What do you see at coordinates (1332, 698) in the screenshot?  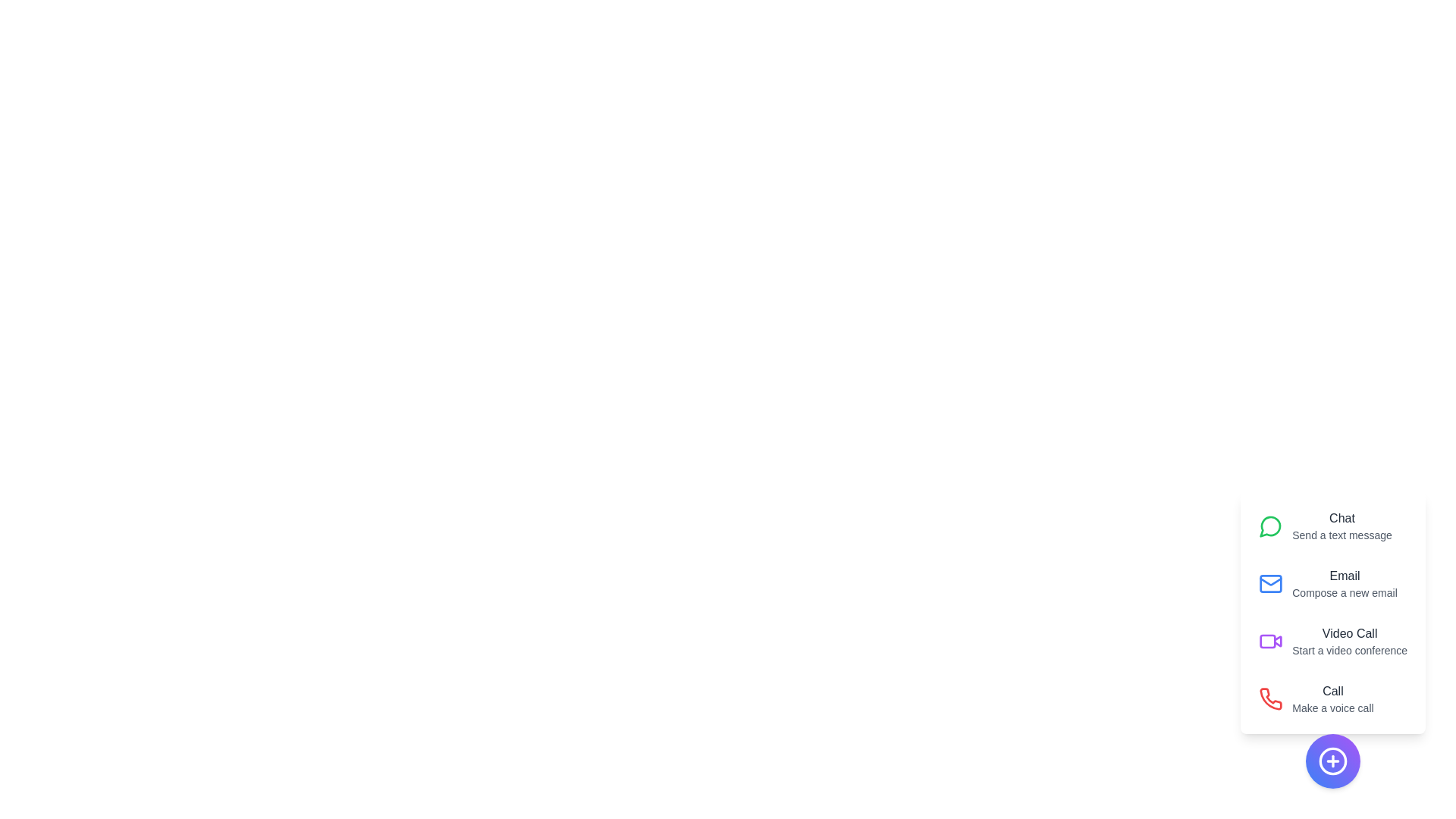 I see `the 'Call' action to make a voice call` at bounding box center [1332, 698].